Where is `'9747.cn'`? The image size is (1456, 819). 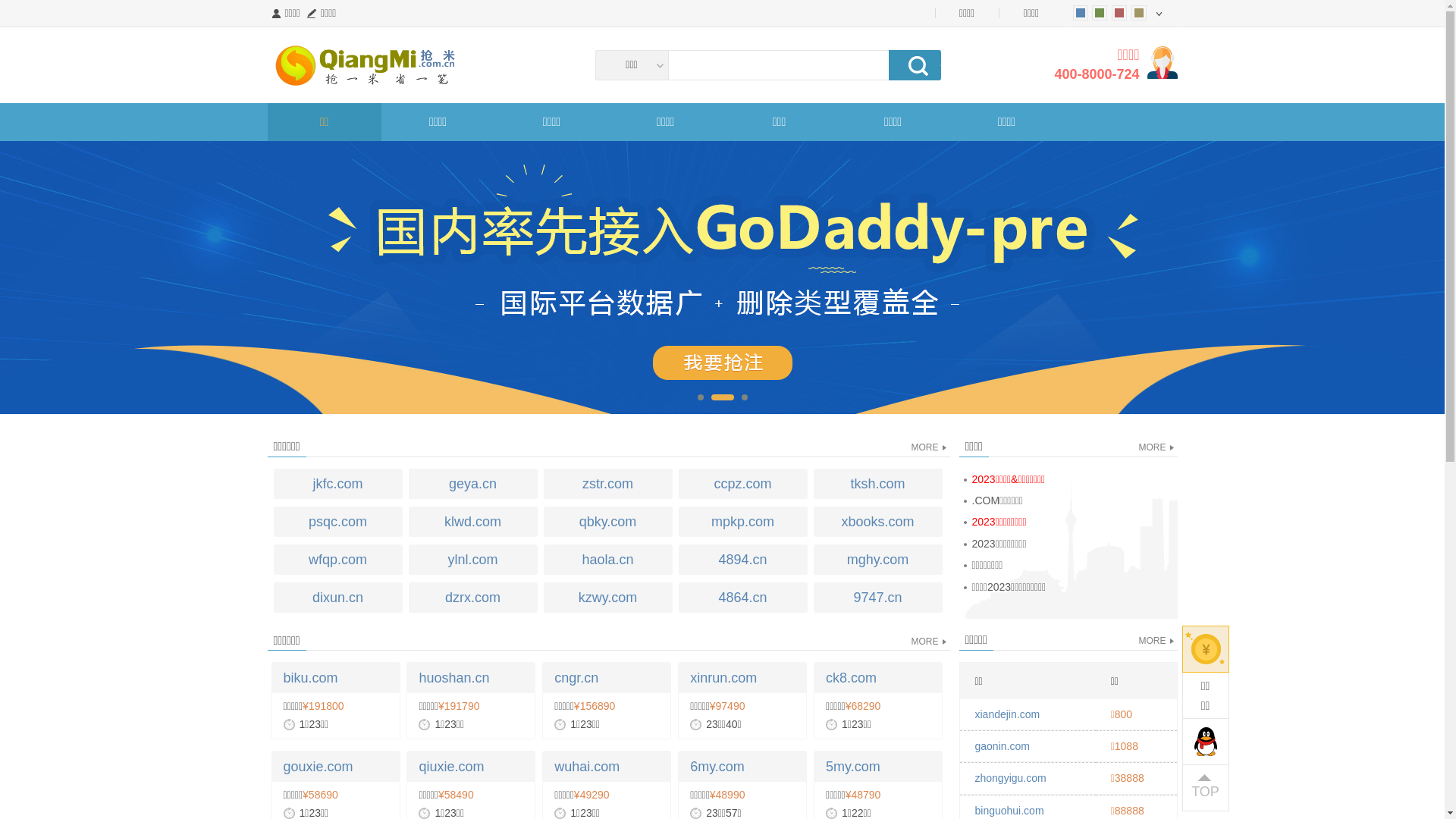 '9747.cn' is located at coordinates (877, 596).